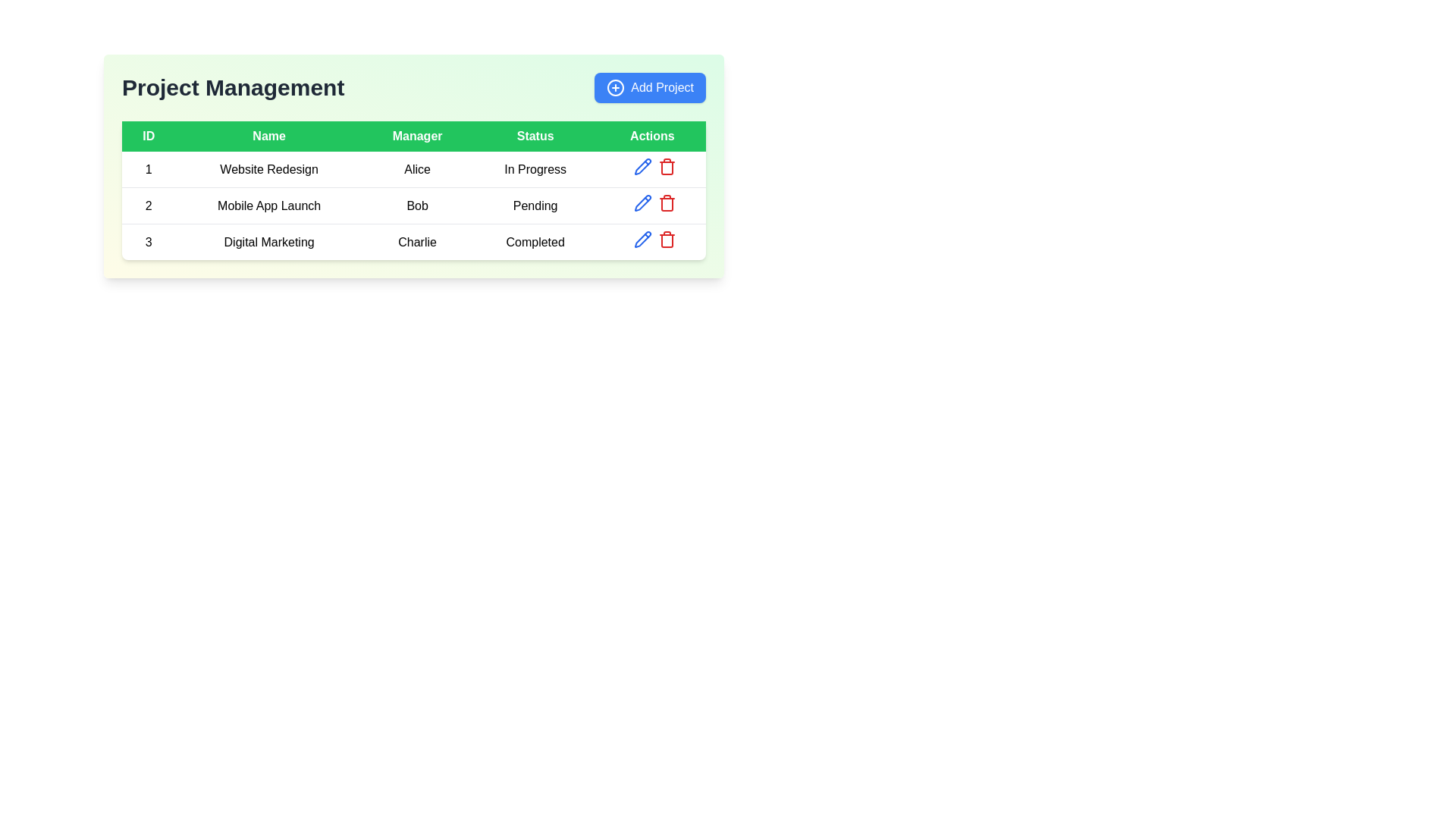  I want to click on the central part of the trash can icon located in the 'Actions' column of the third row of the table, so click(667, 205).